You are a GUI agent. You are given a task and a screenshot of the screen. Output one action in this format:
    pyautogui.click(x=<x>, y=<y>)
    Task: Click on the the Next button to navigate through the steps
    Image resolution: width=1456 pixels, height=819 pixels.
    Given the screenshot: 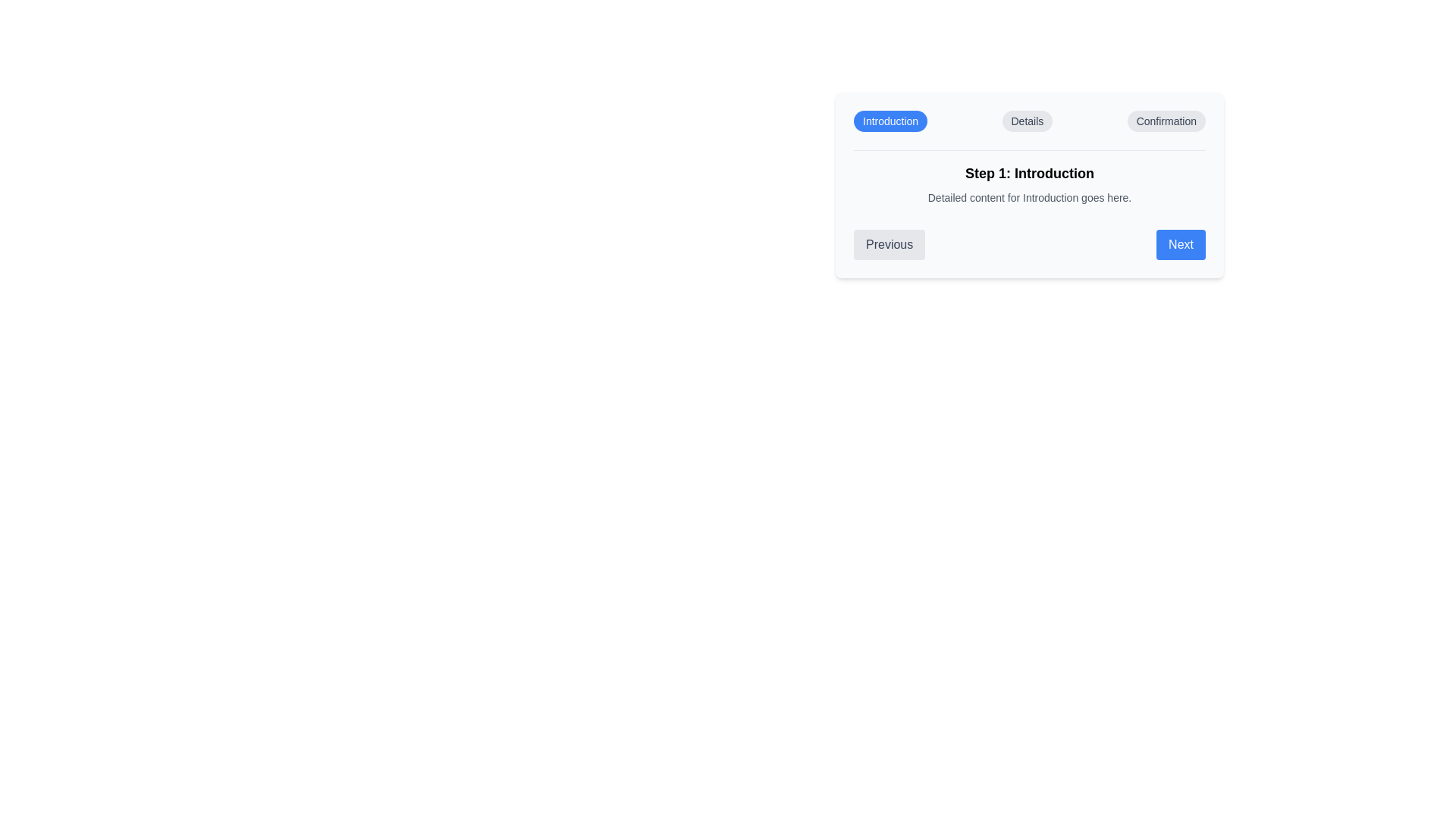 What is the action you would take?
    pyautogui.click(x=1180, y=244)
    